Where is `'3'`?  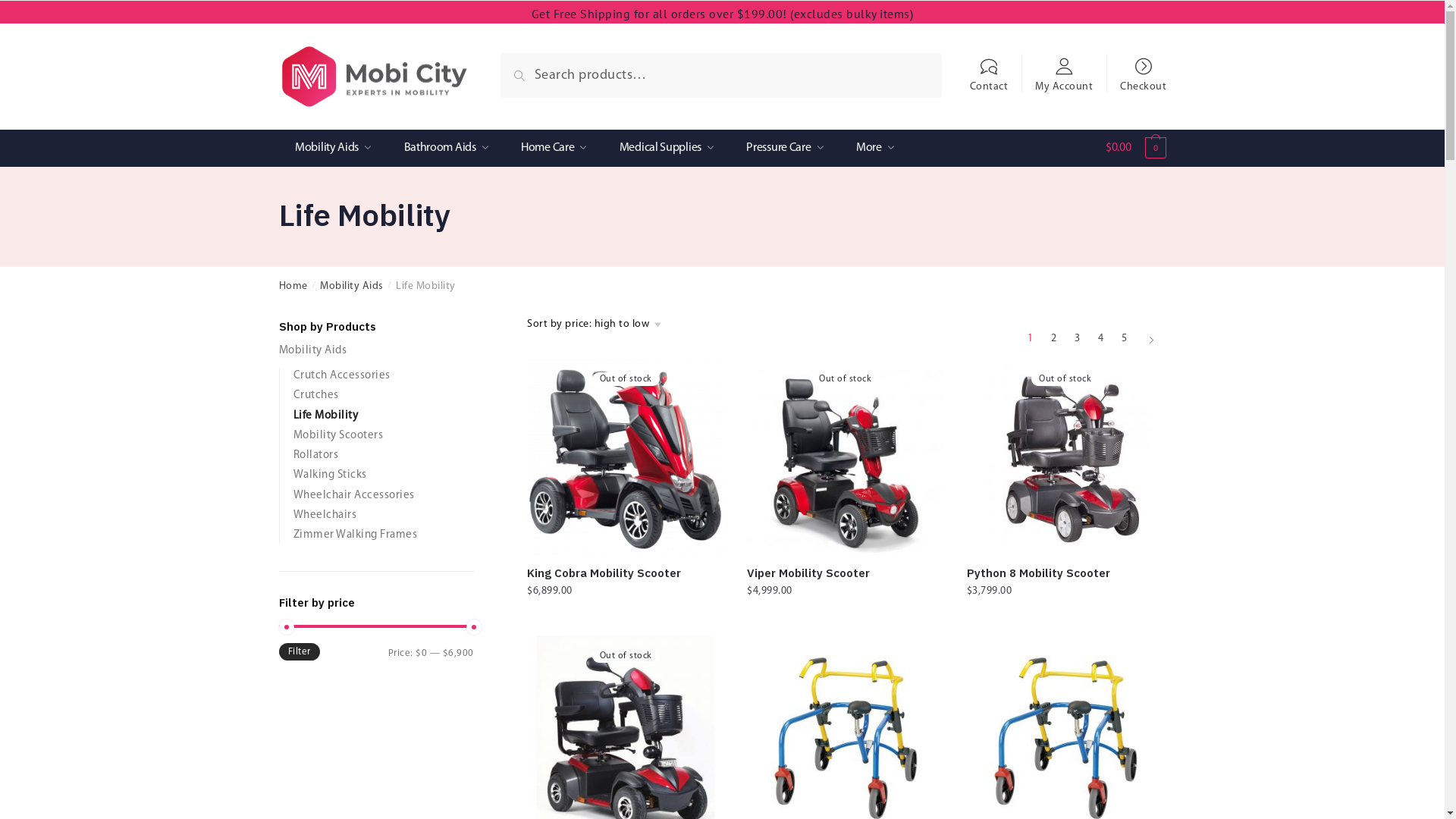
'3' is located at coordinates (1076, 338).